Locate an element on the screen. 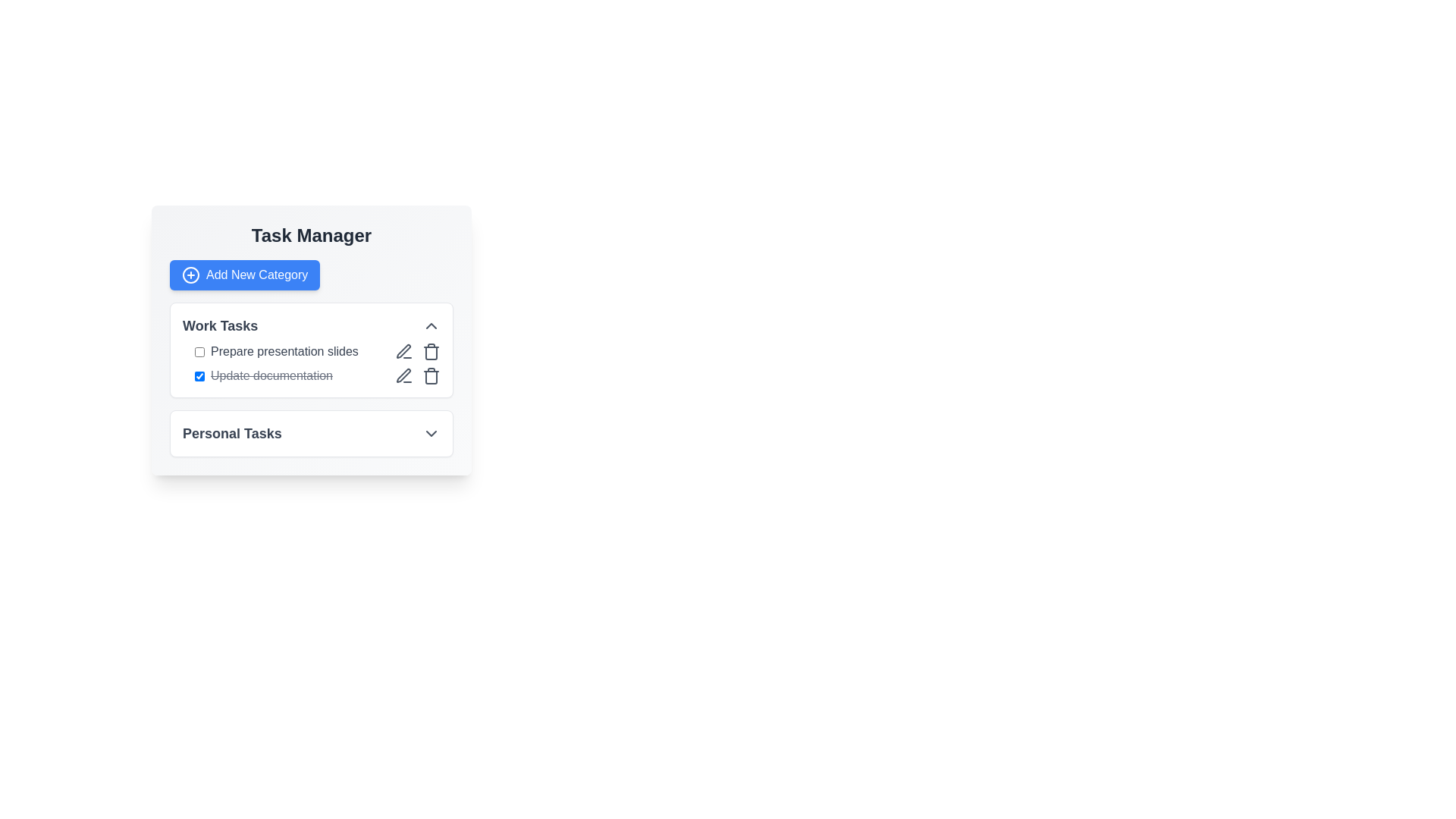 This screenshot has width=1456, height=819. the downward arrow icon located to the right of the 'Personal Tasks' label is located at coordinates (431, 433).